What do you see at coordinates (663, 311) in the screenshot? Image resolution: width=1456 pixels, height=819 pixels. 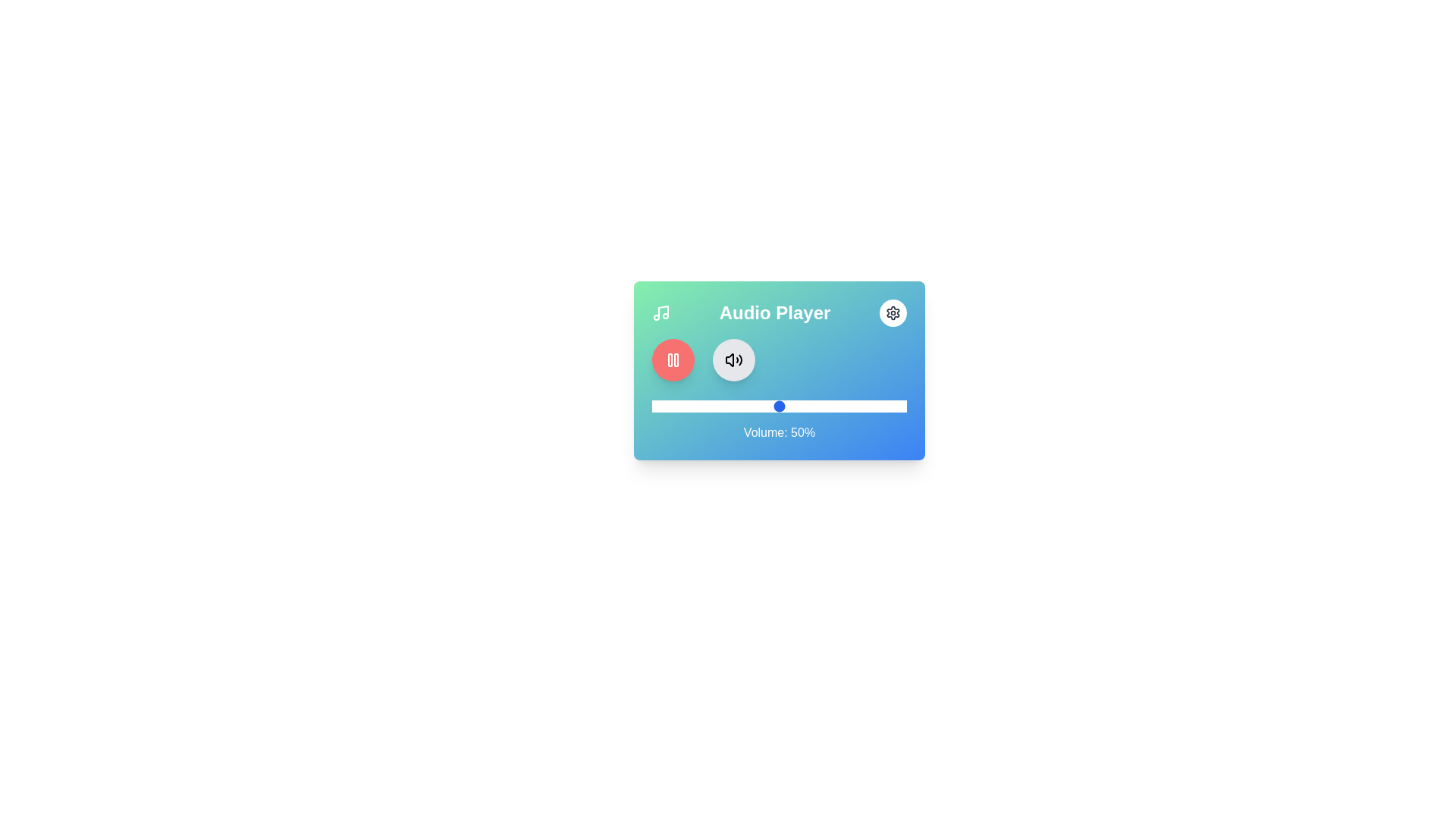 I see `the main body of the musical note shape within the music icon in the audio player's interface` at bounding box center [663, 311].